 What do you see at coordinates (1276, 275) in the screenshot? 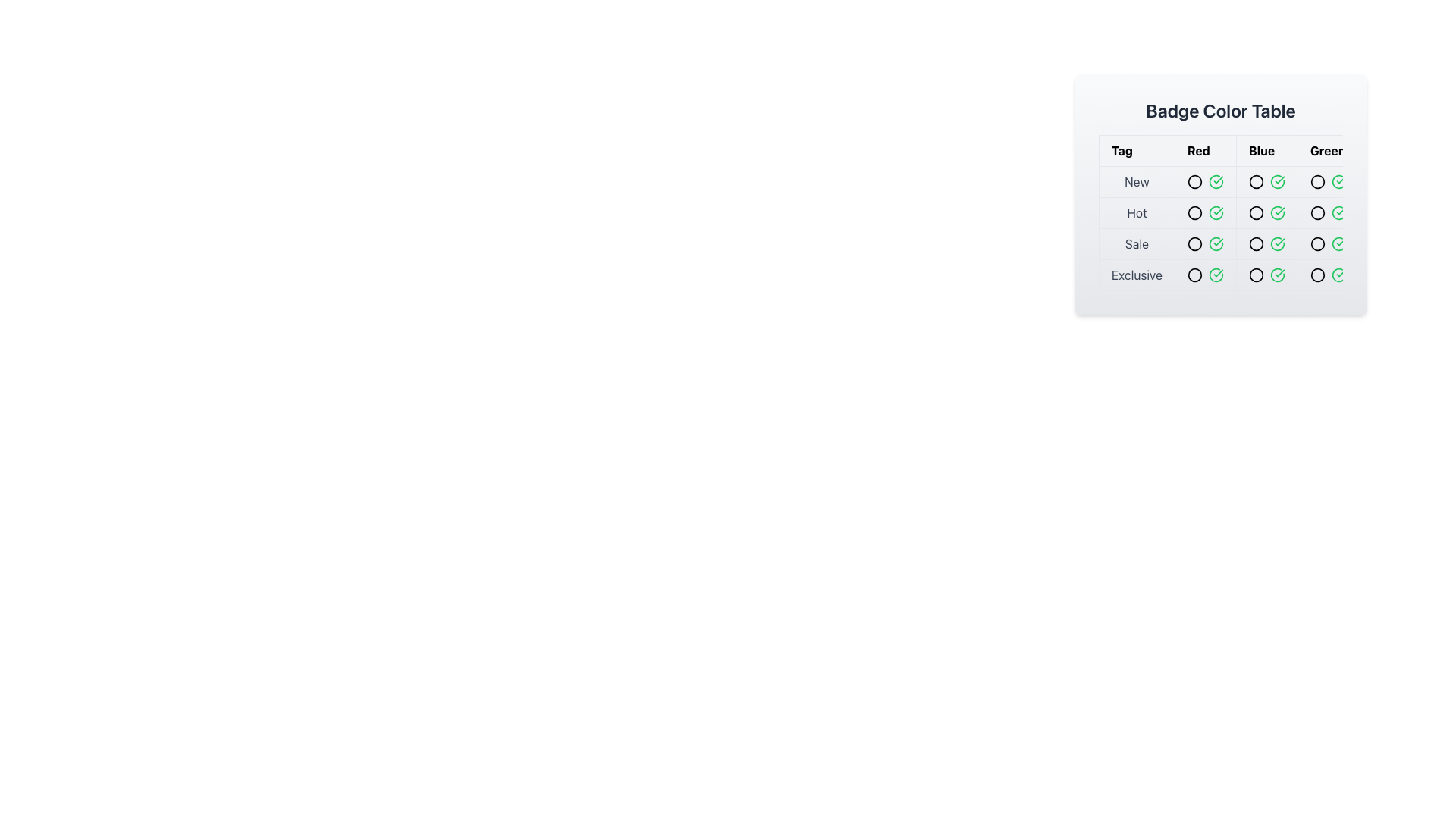
I see `the green icon indicating a valid state in the 'Badge Color Table' under the 'Exclusive' row` at bounding box center [1276, 275].